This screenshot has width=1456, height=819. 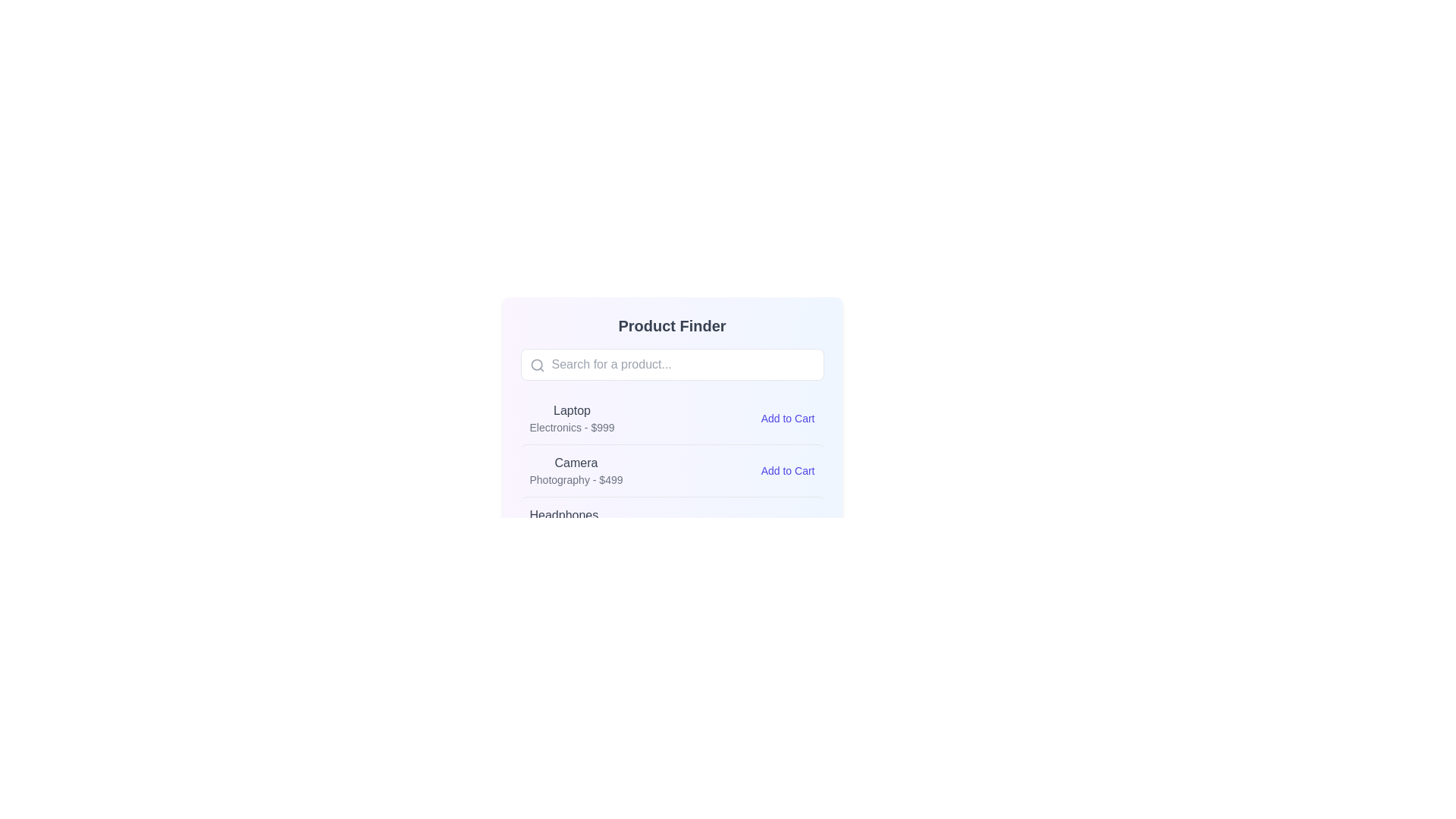 I want to click on the product information text display for 'Camera' which shows 'Photography - $499' below 'Laptop' in the product list interface, so click(x=575, y=470).